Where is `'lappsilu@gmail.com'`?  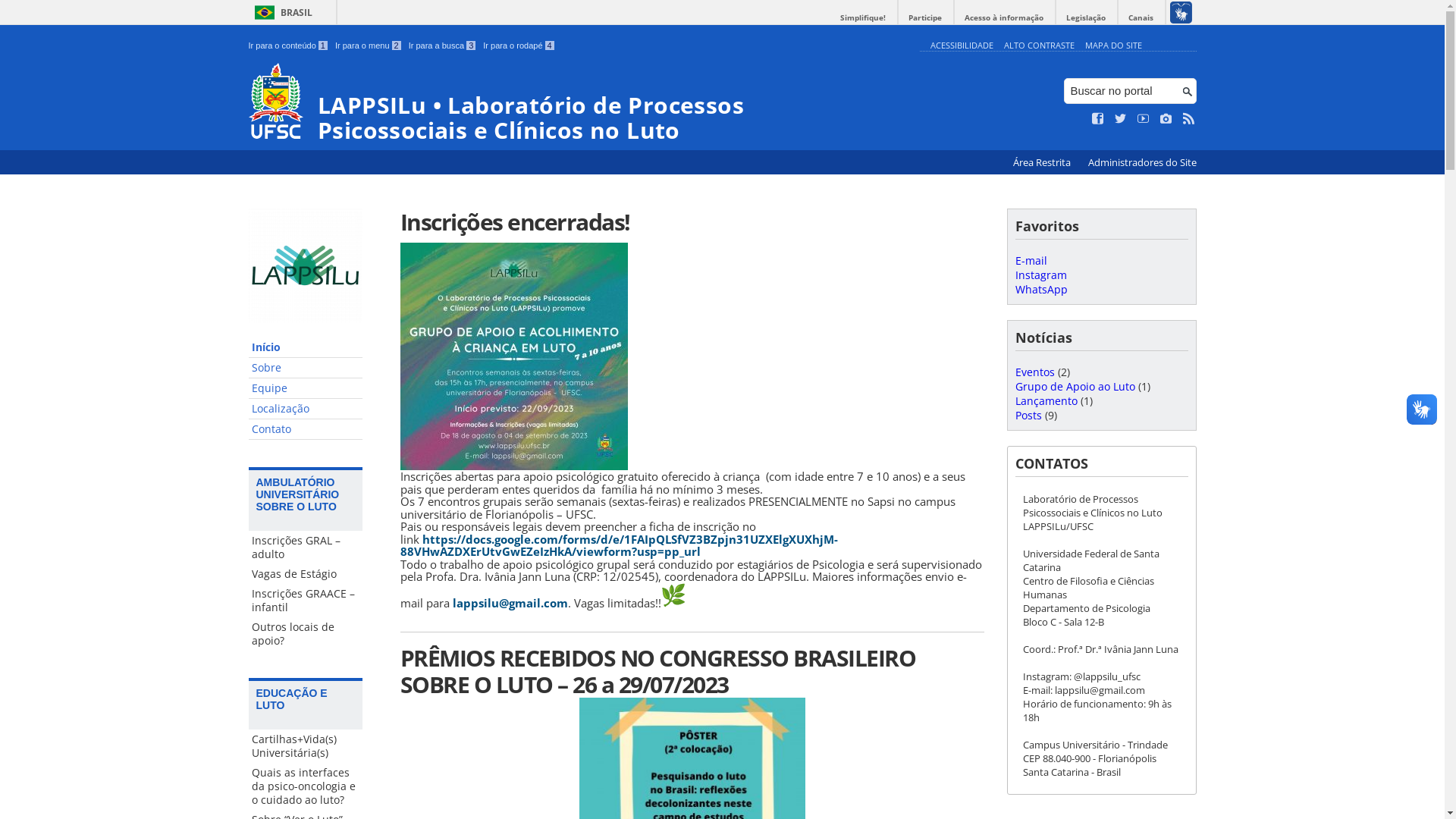 'lappsilu@gmail.com' is located at coordinates (510, 601).